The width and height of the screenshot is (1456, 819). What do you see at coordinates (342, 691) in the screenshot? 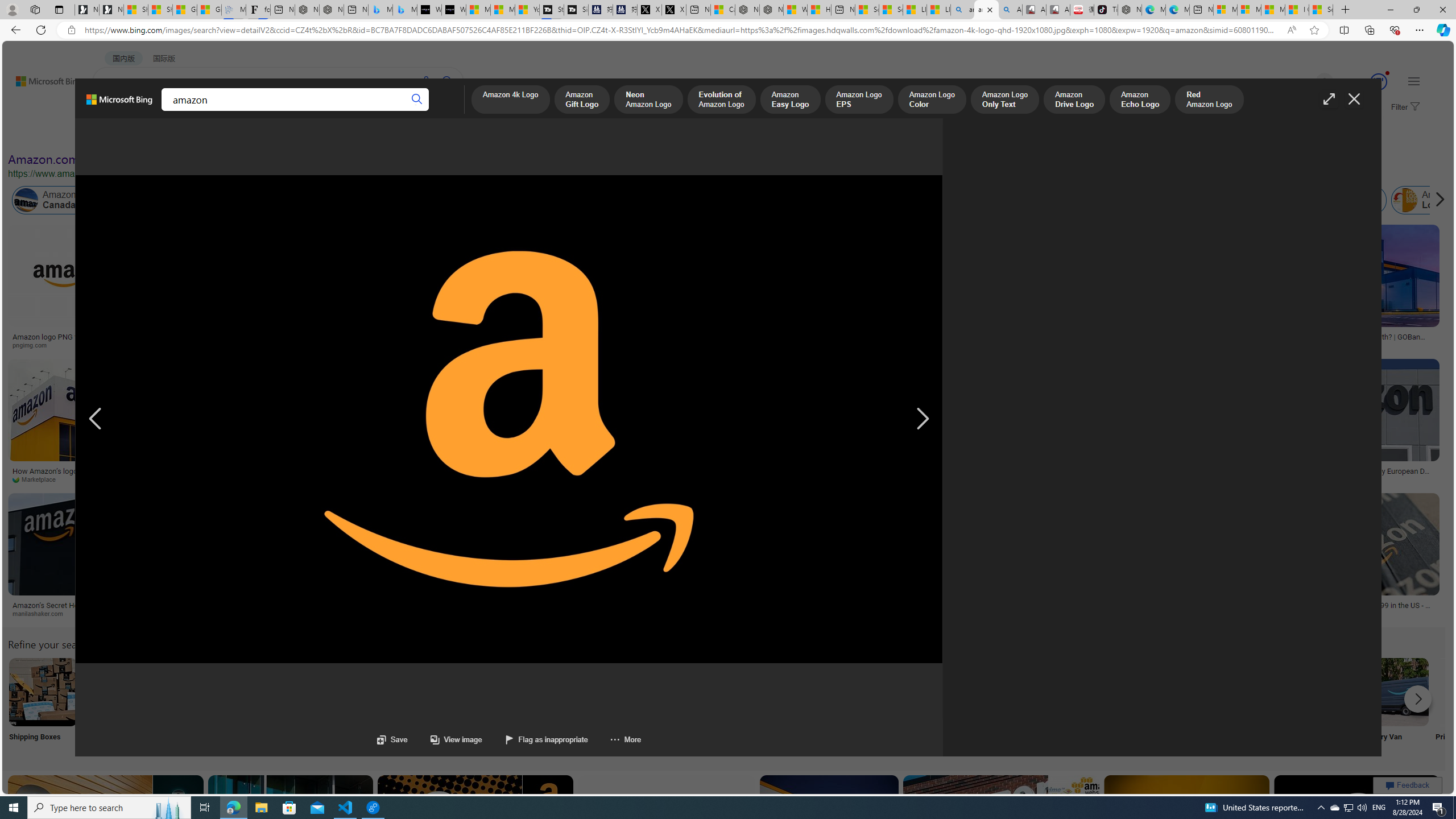
I see `'Amazon Jobs Near Me'` at bounding box center [342, 691].